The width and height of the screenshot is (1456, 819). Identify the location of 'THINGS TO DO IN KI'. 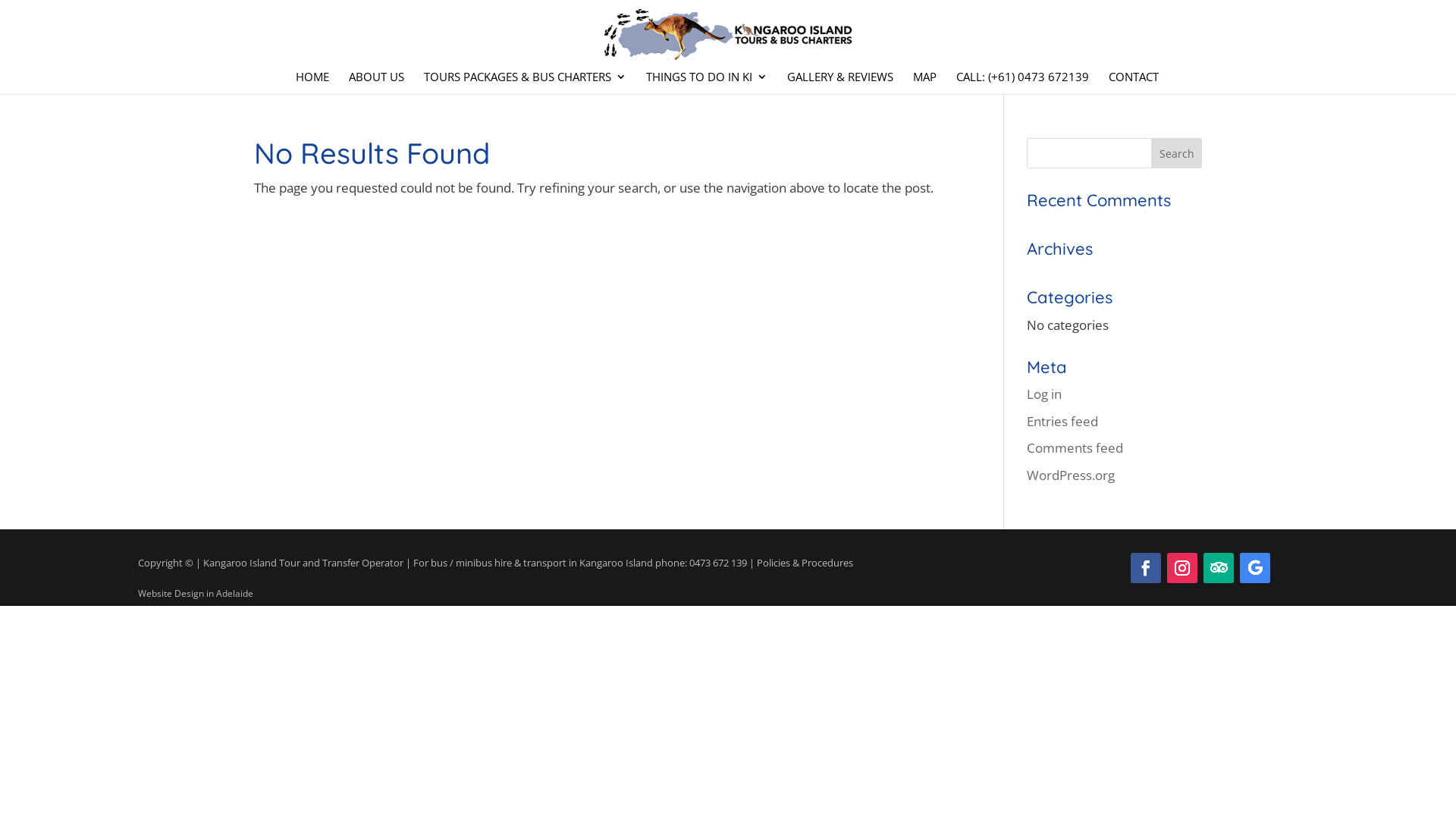
(705, 82).